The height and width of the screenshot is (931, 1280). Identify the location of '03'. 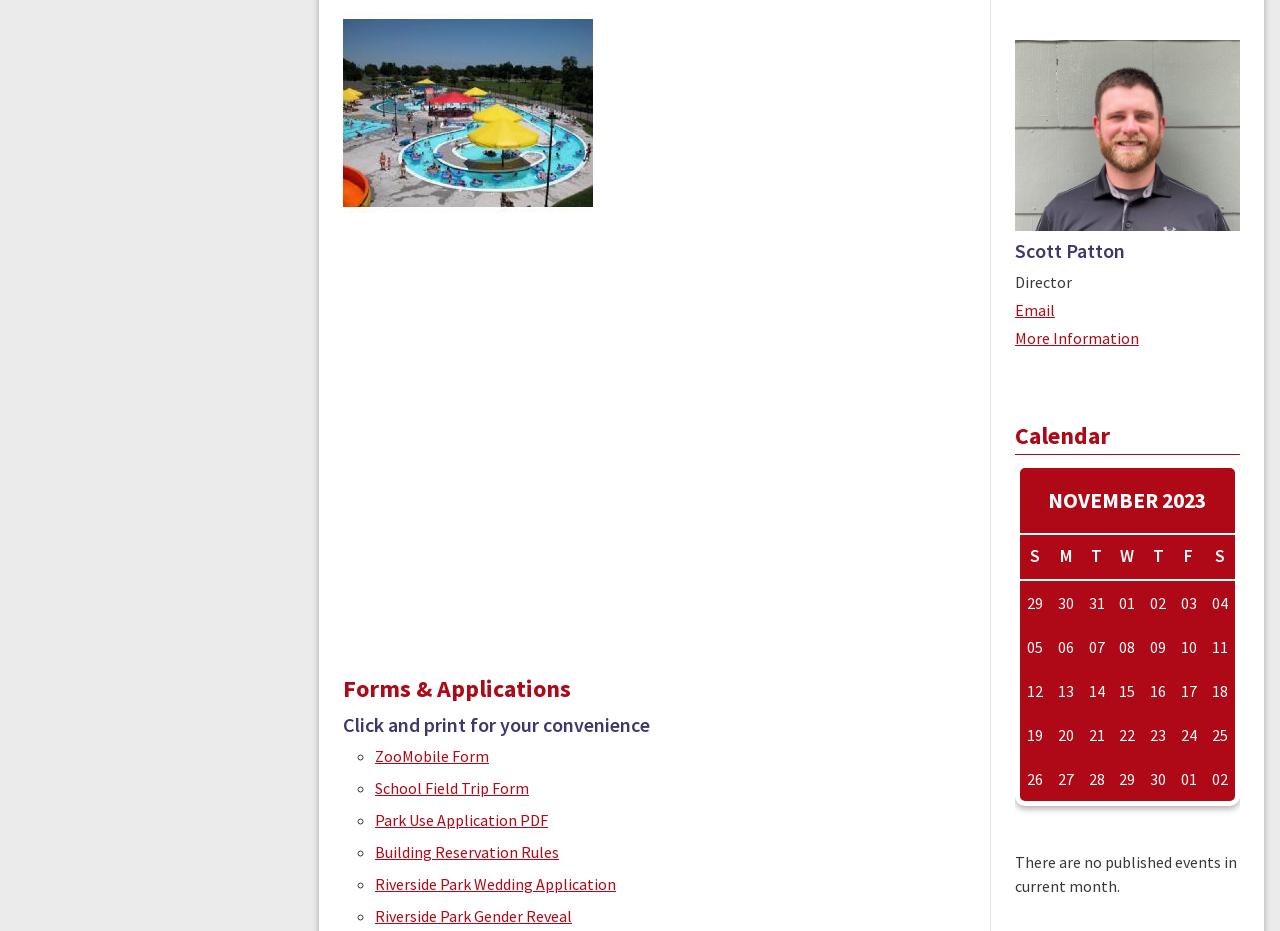
(1187, 603).